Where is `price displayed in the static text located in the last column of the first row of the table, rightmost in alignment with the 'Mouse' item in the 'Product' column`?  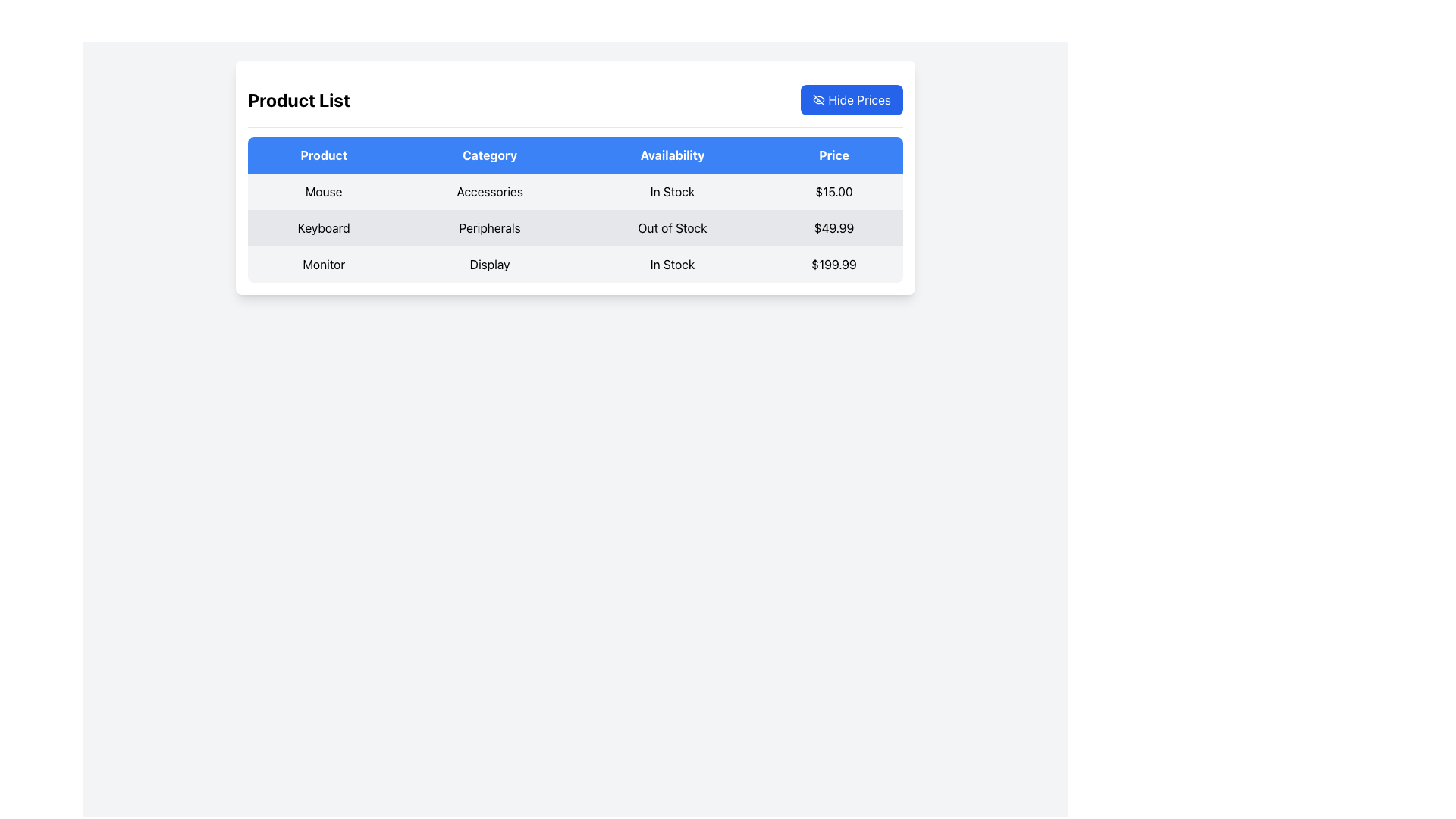
price displayed in the static text located in the last column of the first row of the table, rightmost in alignment with the 'Mouse' item in the 'Product' column is located at coordinates (833, 191).